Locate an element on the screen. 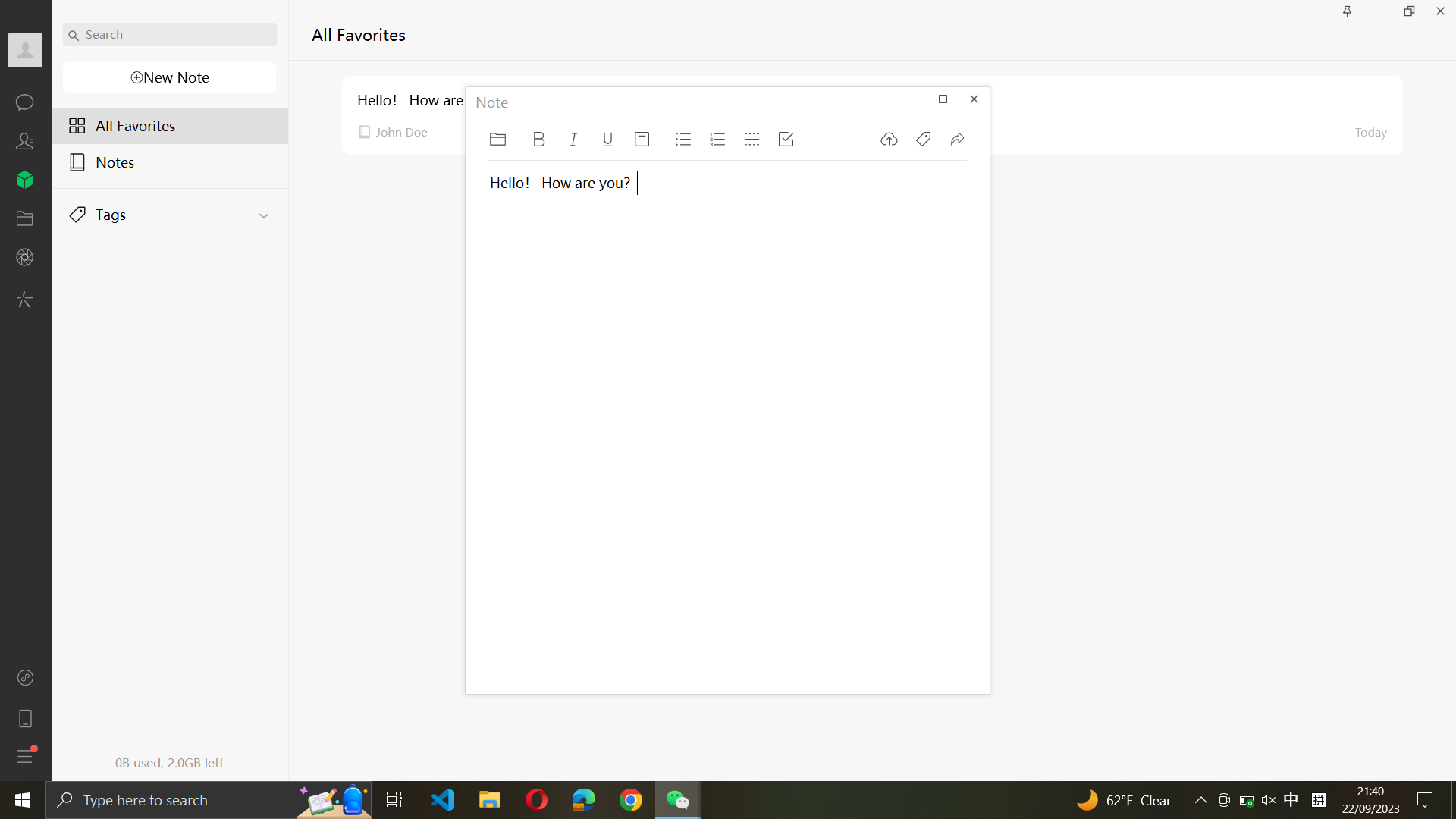 This screenshot has width=1456, height=819. Input the phrase - "Schedule a doctor"s appointment on Friday" in the active note and convert it into a checklist entry is located at coordinates (551, 444).